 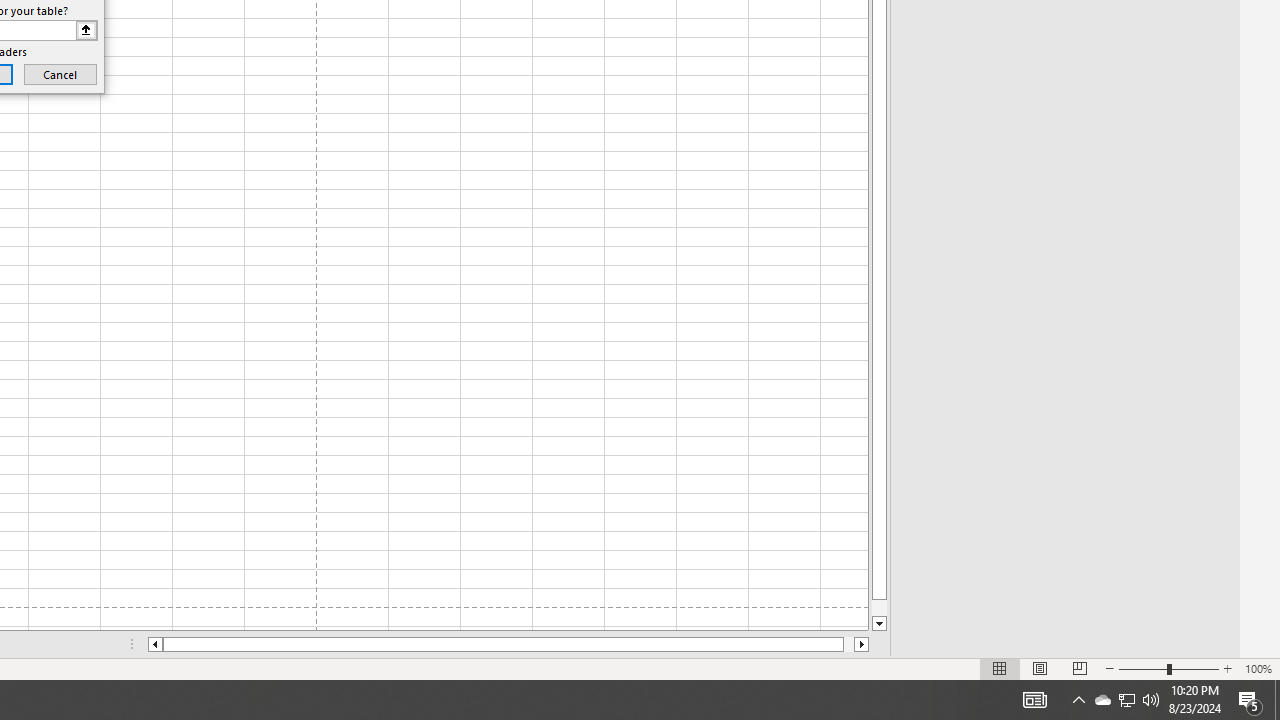 I want to click on 'Zoom', so click(x=1168, y=669).